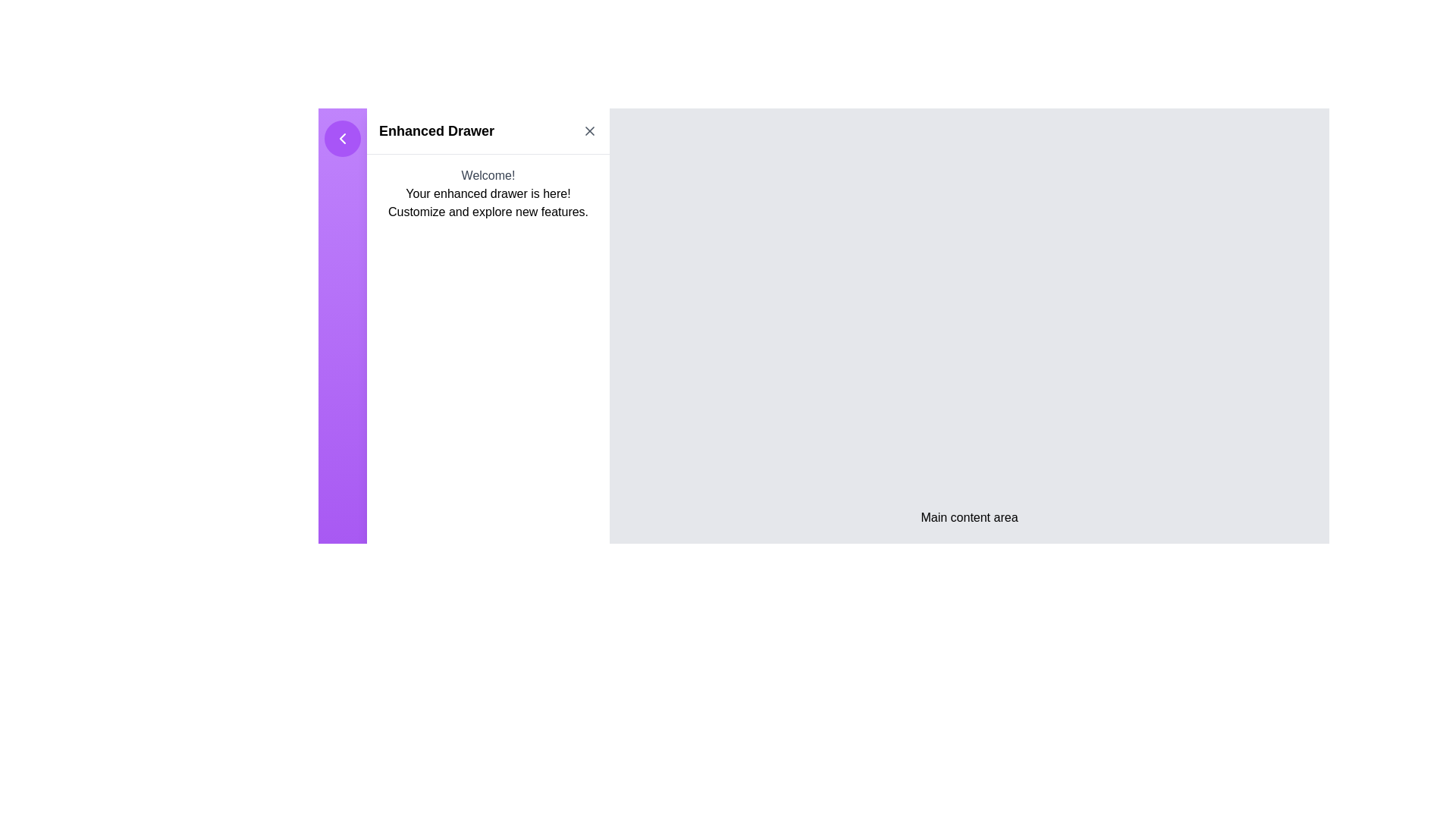 This screenshot has width=1456, height=819. I want to click on the 'Welcome!' text label styled with gray color and medium-sized font, located at the top of the side drawer's central portion, so click(488, 174).